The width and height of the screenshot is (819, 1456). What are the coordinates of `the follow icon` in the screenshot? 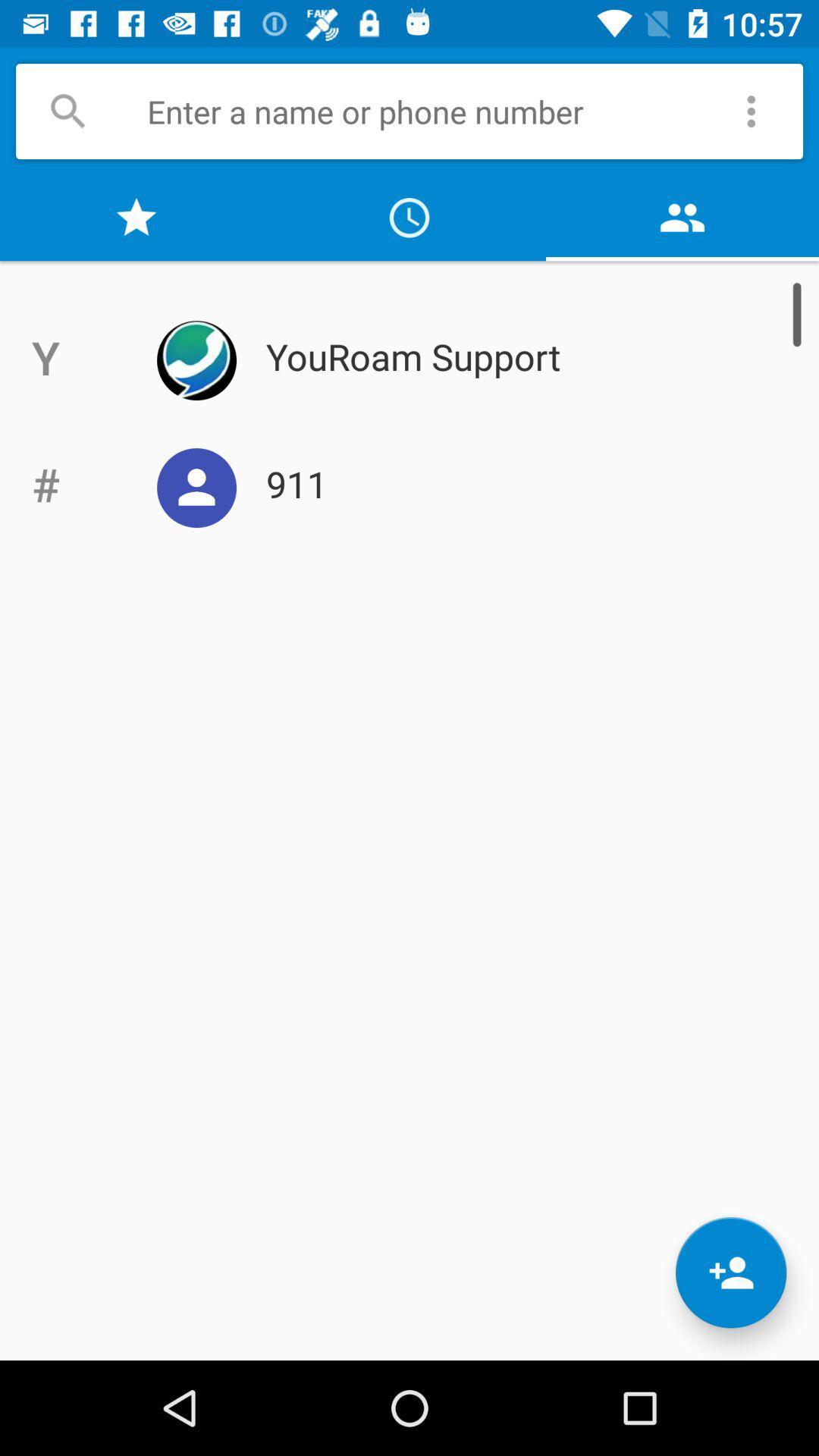 It's located at (730, 1272).